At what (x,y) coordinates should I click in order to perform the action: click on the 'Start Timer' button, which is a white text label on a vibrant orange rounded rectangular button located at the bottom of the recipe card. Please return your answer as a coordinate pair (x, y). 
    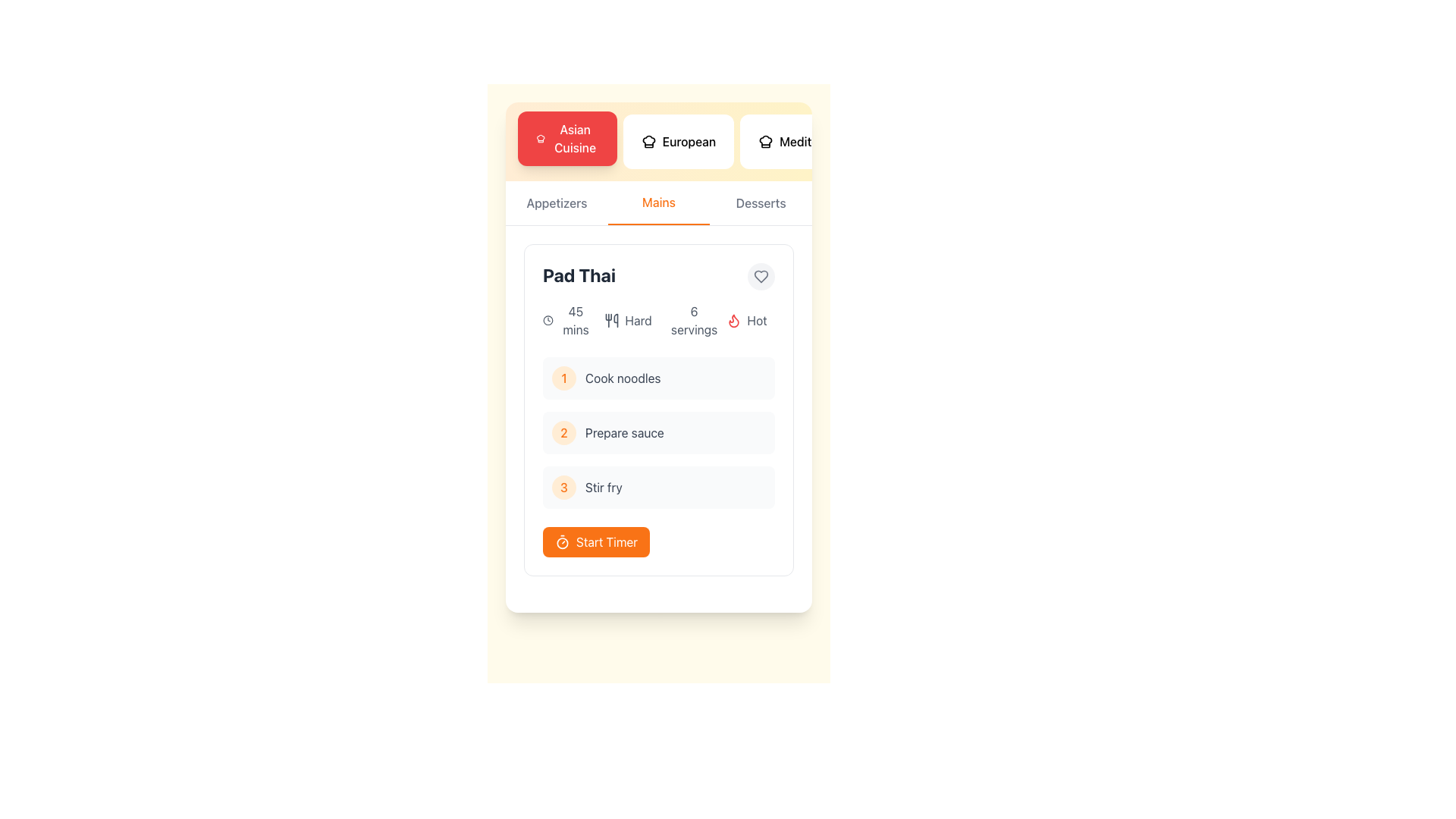
    Looking at the image, I should click on (607, 541).